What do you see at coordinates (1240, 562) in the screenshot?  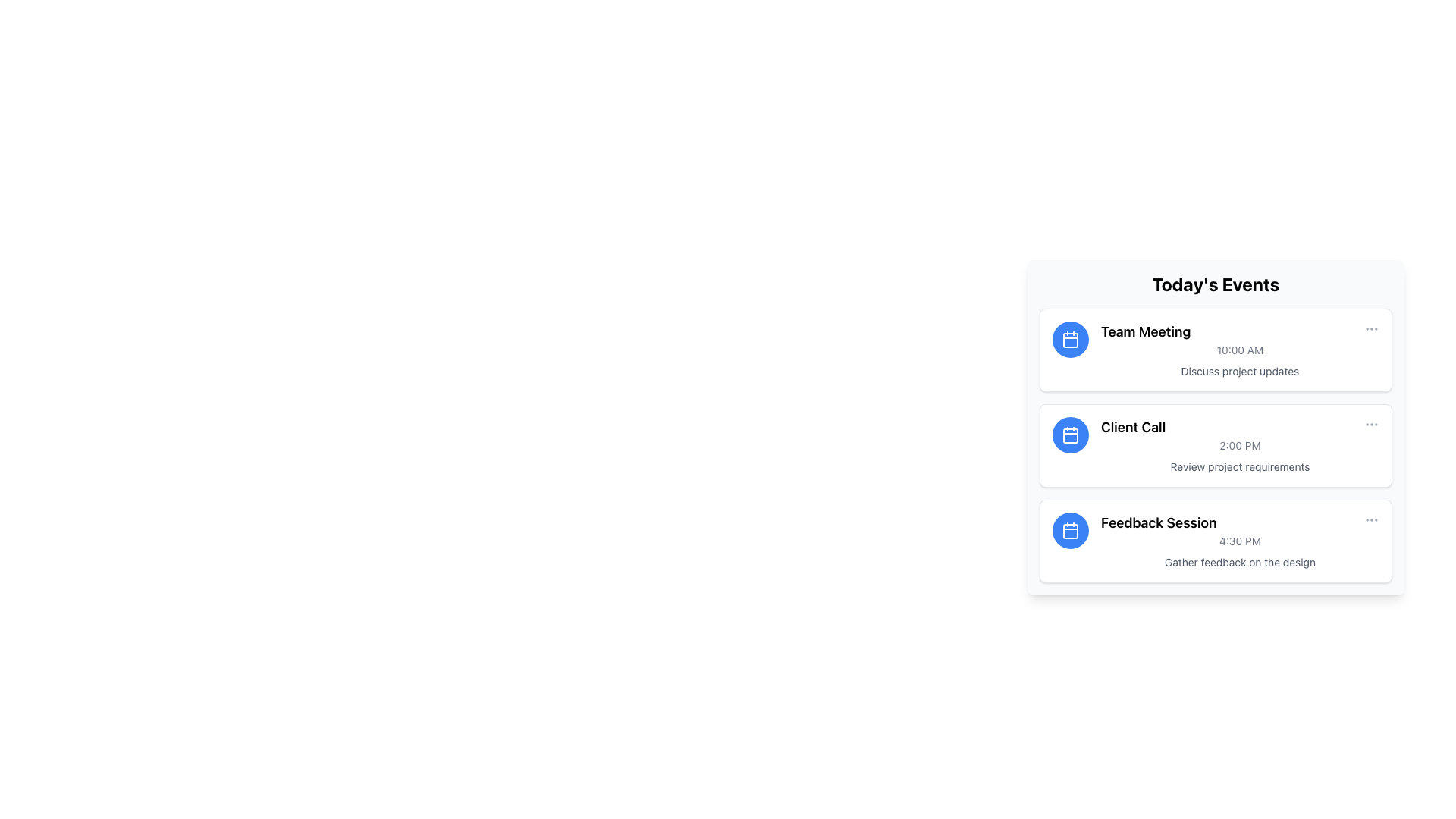 I see `the static text label that reads 'Gather feedback on the design', located below the time label '4:30 PM' in the third event entry of the 'Feedback Session' event card` at bounding box center [1240, 562].